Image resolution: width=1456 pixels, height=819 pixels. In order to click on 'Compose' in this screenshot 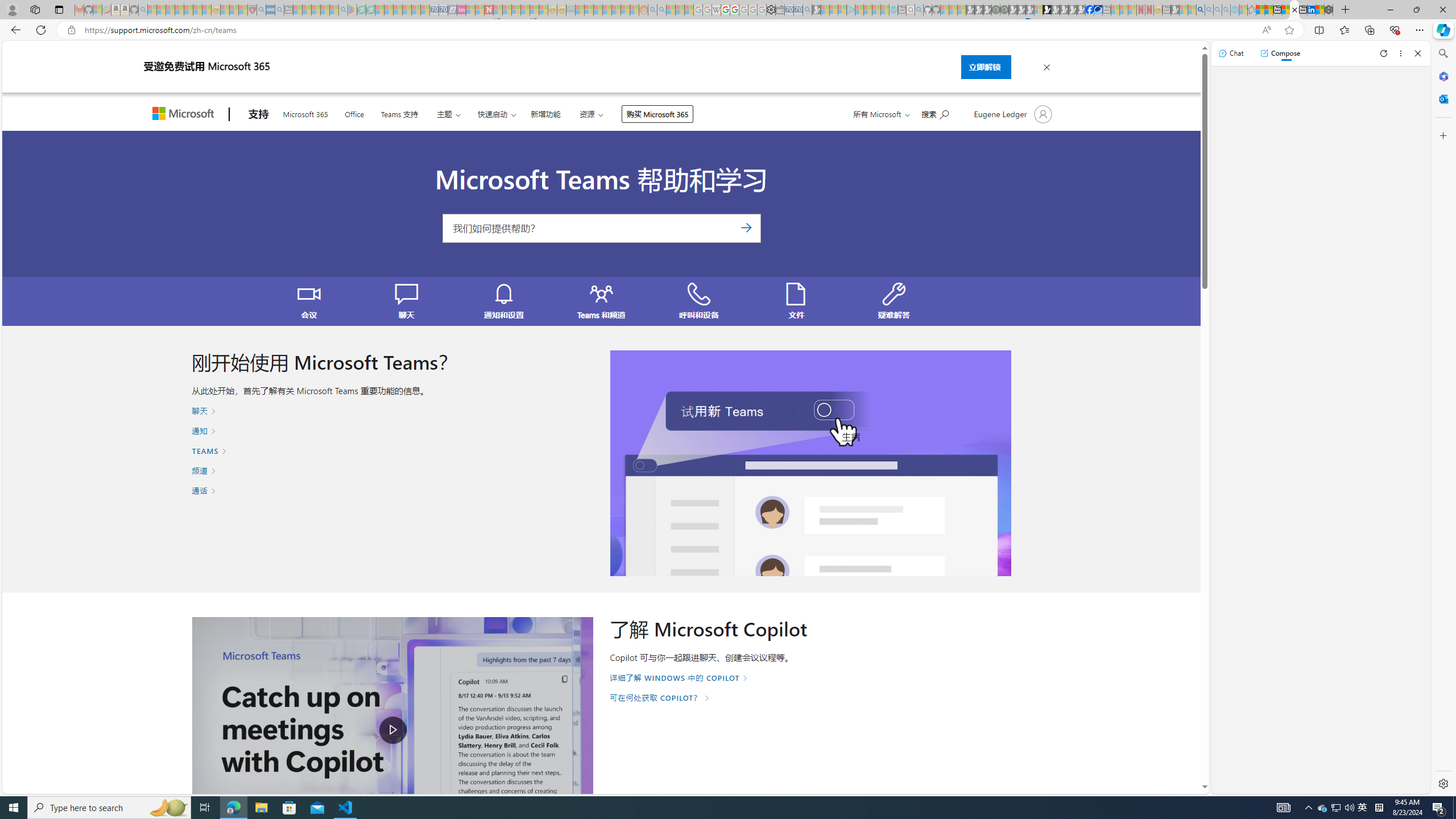, I will do `click(1280, 52)`.